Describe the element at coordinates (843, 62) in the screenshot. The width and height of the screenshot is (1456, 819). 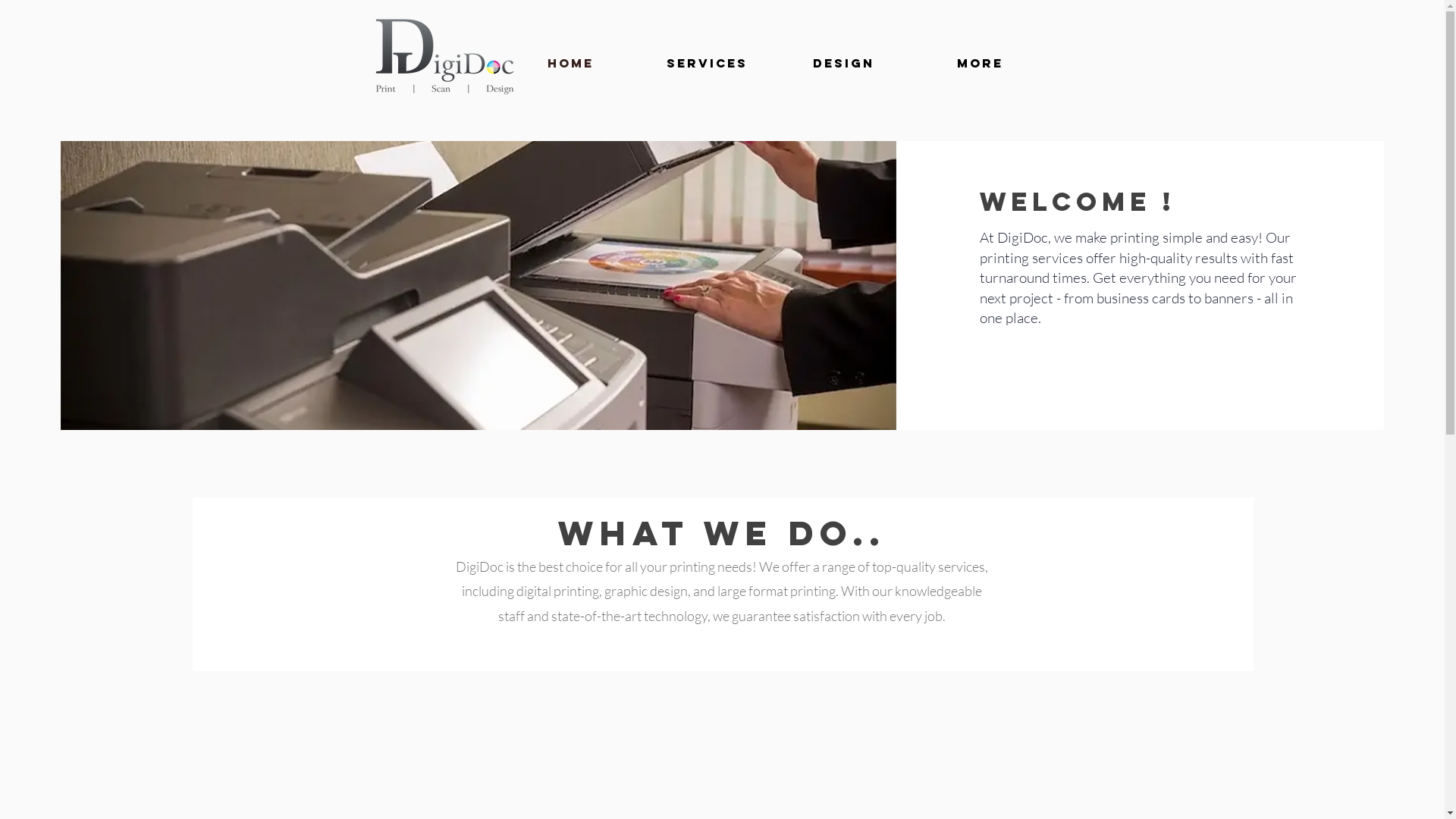
I see `'Design'` at that location.